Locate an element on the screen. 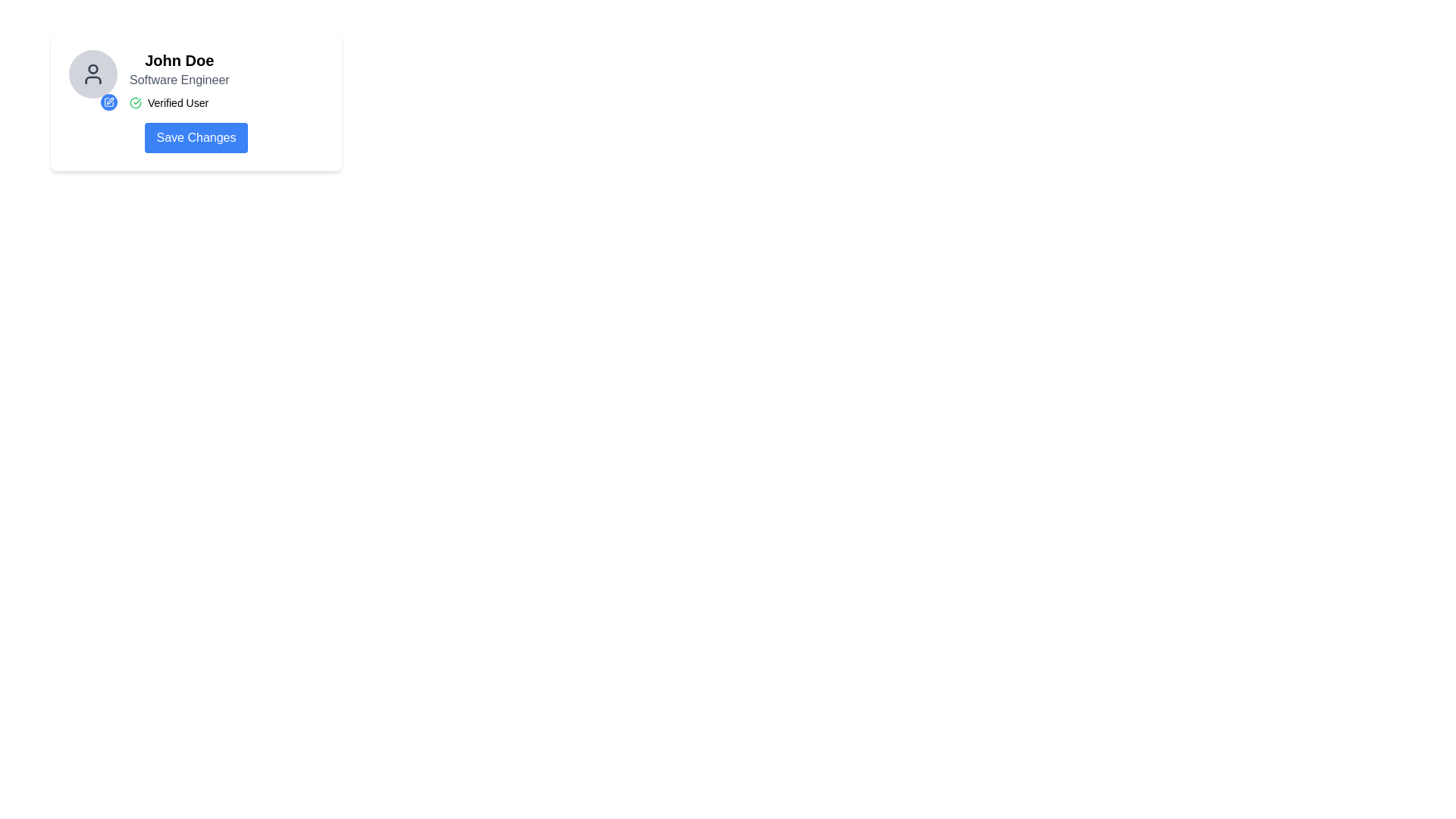 This screenshot has width=1456, height=819. the lower section of the user icon, which resembles shoulders or an upper body base, located in the top-left portion of the visible card is located at coordinates (93, 80).